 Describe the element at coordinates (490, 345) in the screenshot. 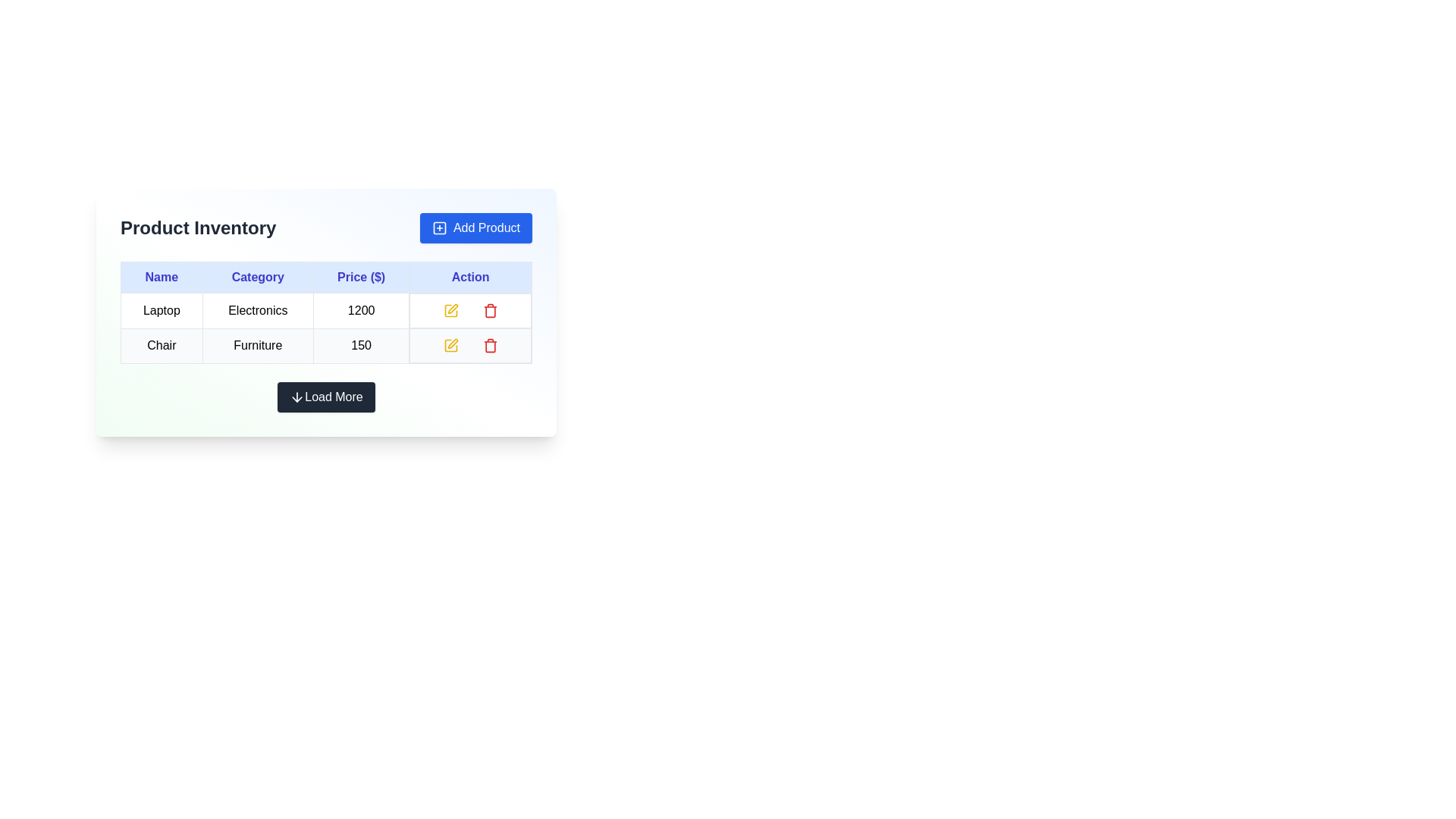

I see `the delete icon button for the 'Chair' product in the 'Product Inventory' table` at that location.